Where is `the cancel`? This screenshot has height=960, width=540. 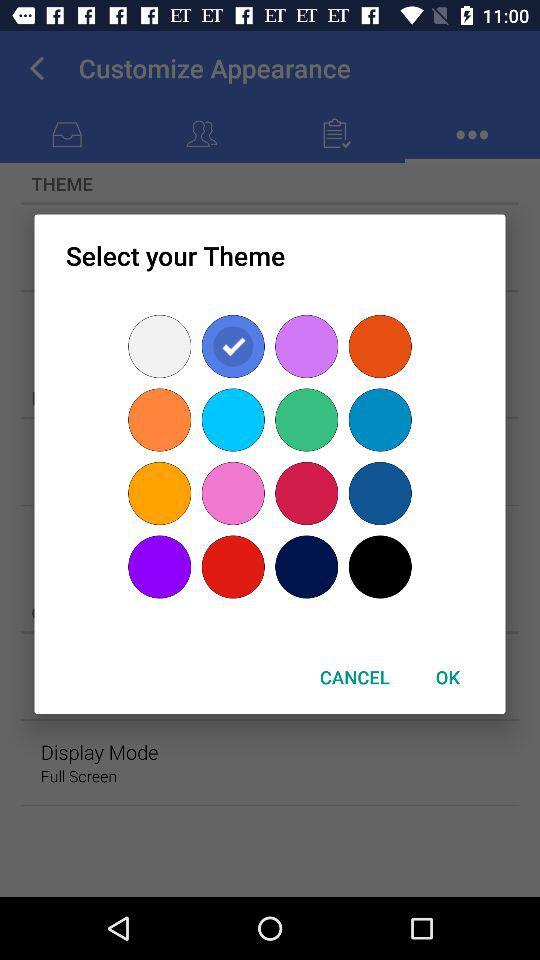 the cancel is located at coordinates (353, 677).